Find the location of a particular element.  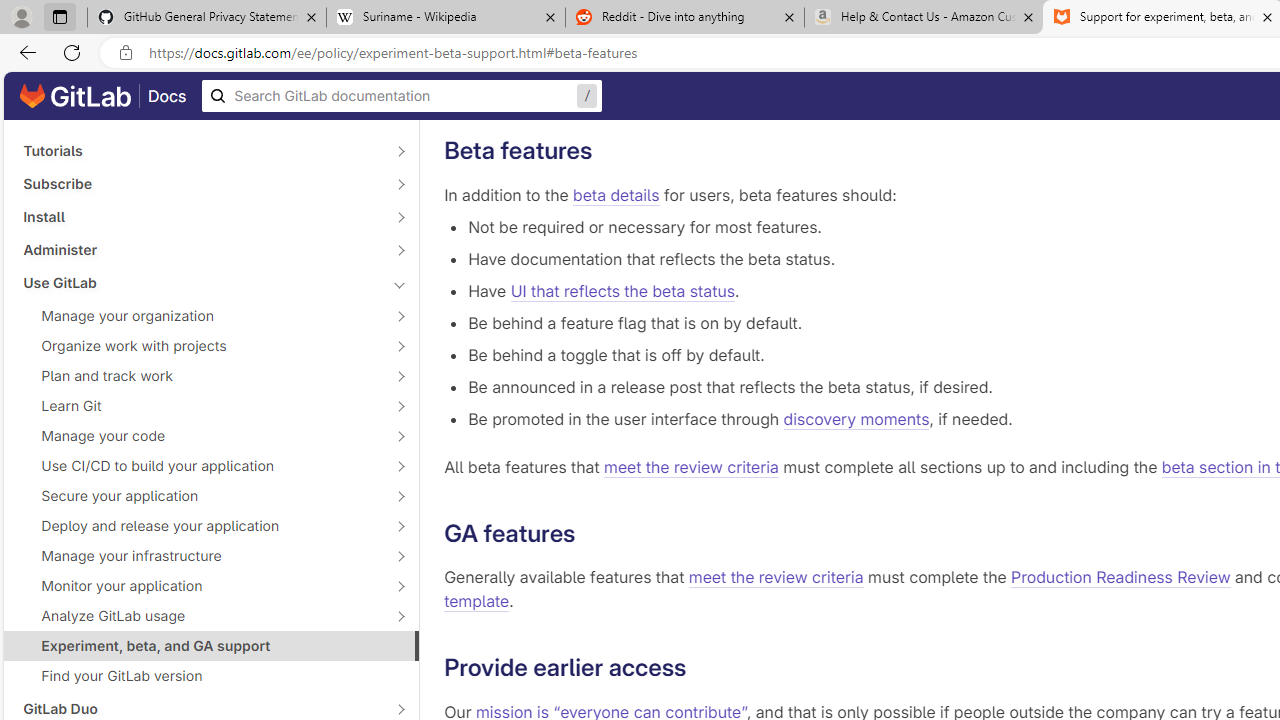

'Help & Contact Us - Amazon Customer Service - Sleeping' is located at coordinates (923, 17).